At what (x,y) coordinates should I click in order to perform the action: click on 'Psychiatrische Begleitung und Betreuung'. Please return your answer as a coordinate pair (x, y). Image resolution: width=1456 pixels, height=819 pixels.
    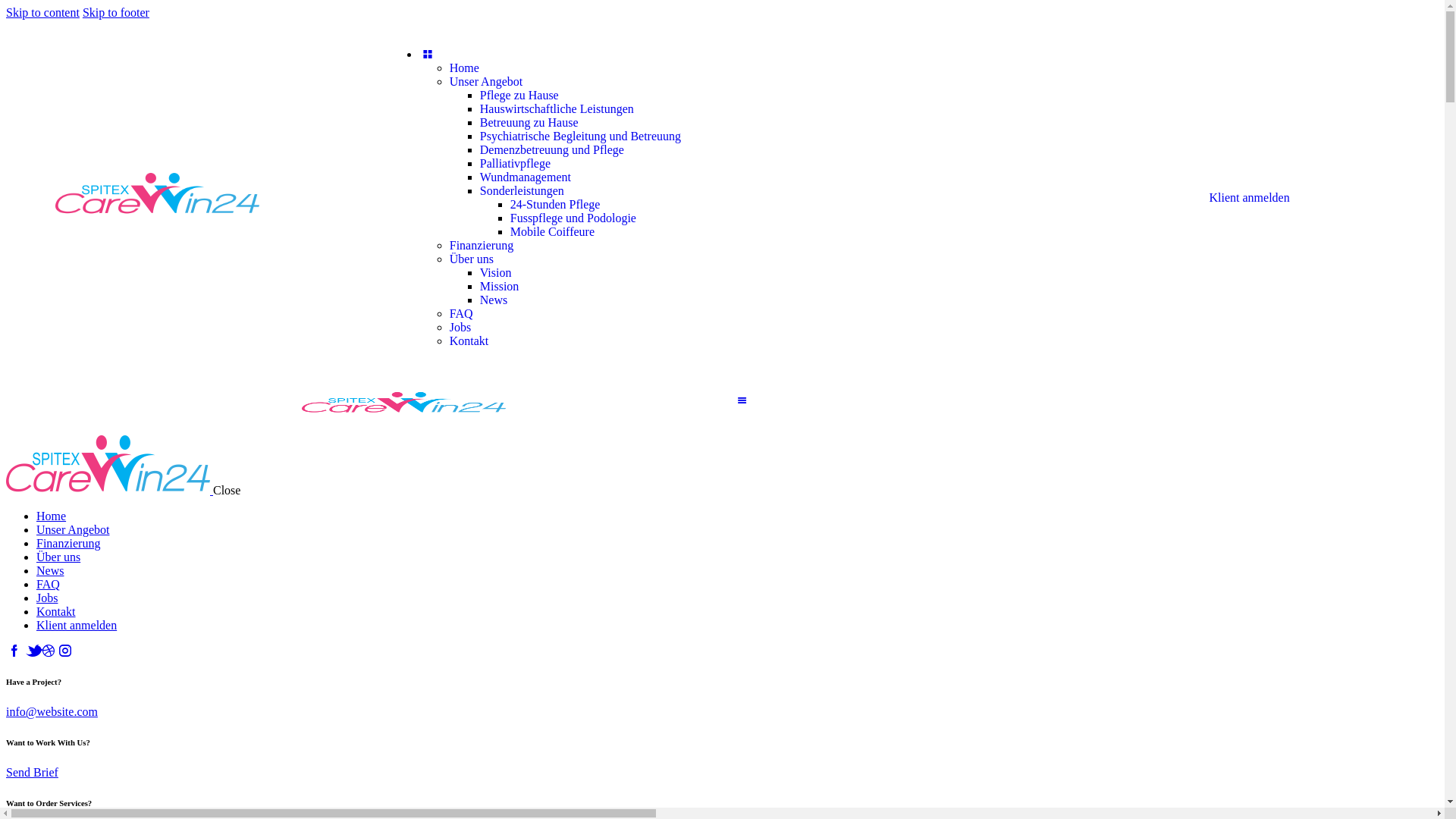
    Looking at the image, I should click on (479, 135).